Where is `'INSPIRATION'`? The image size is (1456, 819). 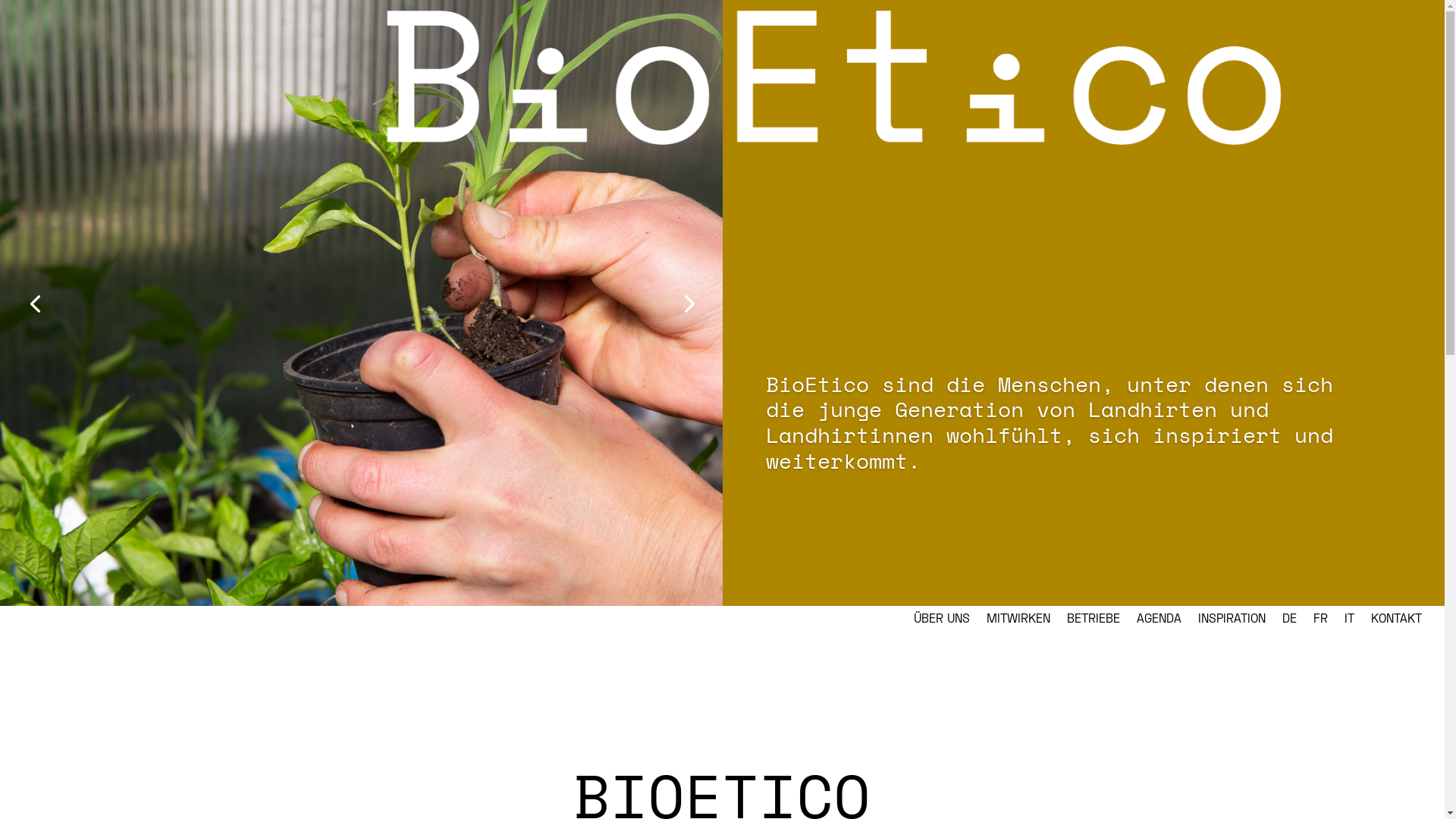
'INSPIRATION' is located at coordinates (1232, 620).